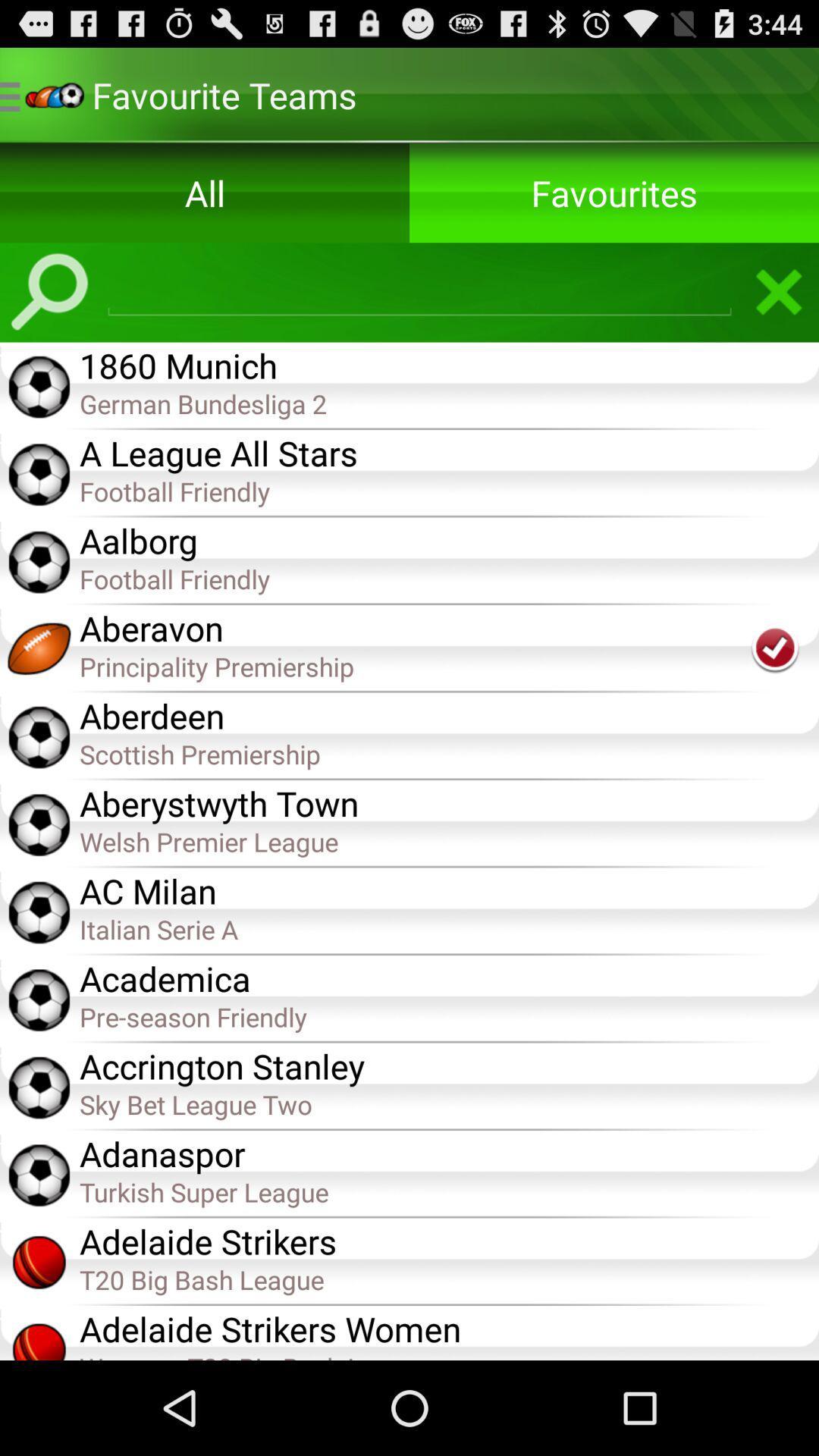  I want to click on app above the welsh premier league app, so click(448, 801).